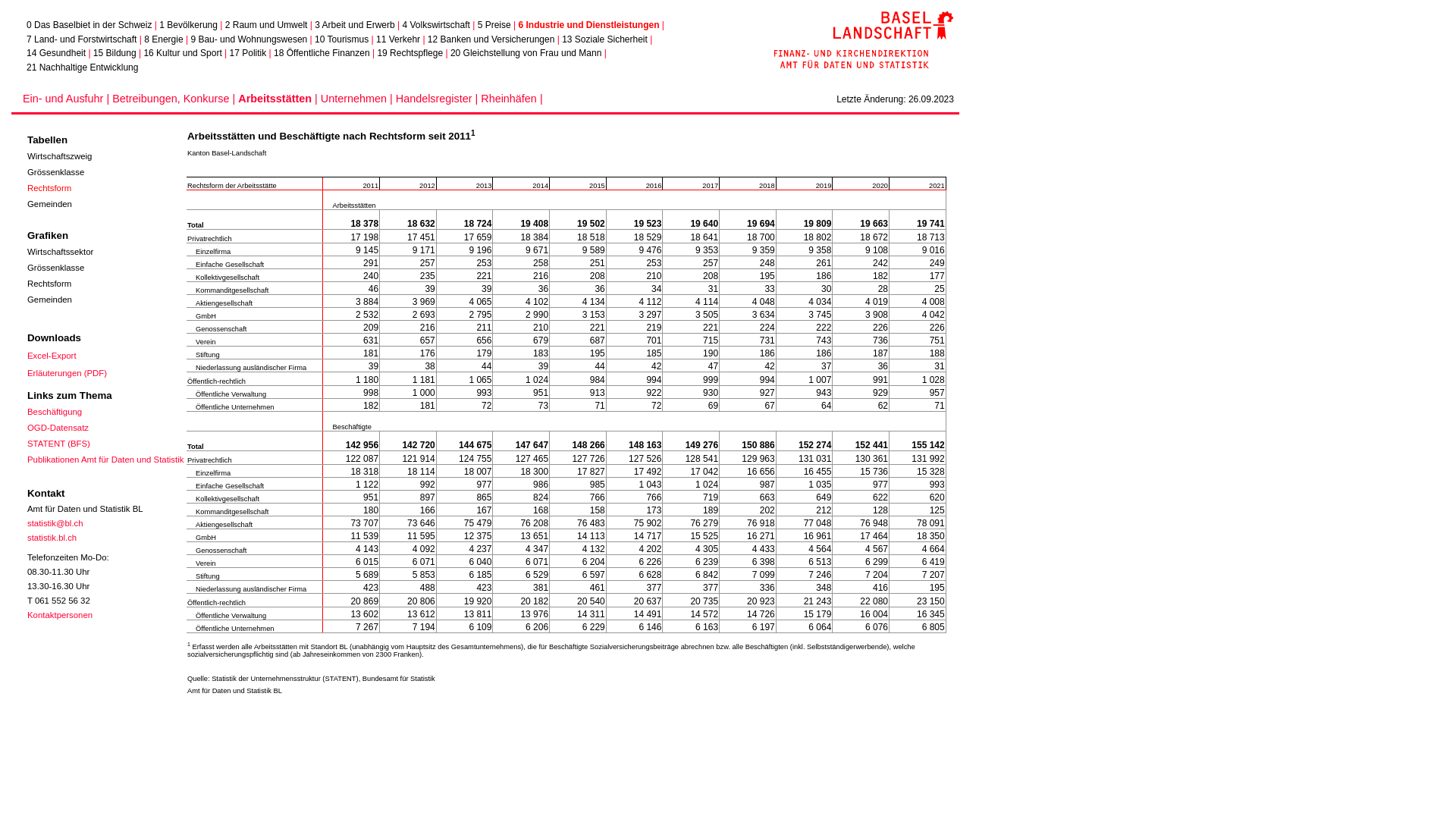 This screenshot has width=1456, height=819. Describe the element at coordinates (266, 25) in the screenshot. I see `'2 Raum und Umwelt'` at that location.